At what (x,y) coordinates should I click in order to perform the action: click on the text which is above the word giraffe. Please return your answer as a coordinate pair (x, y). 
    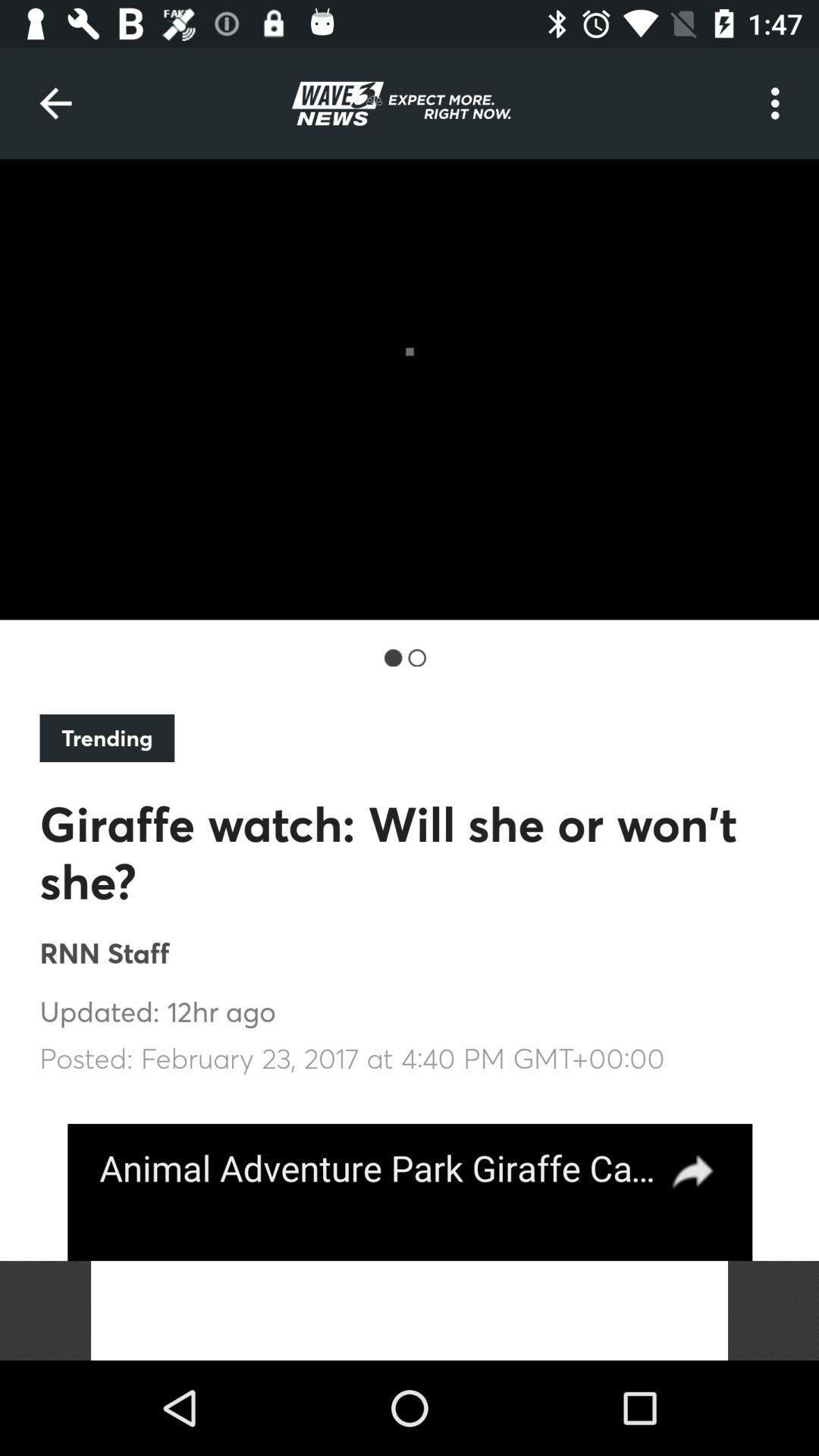
    Looking at the image, I should click on (106, 738).